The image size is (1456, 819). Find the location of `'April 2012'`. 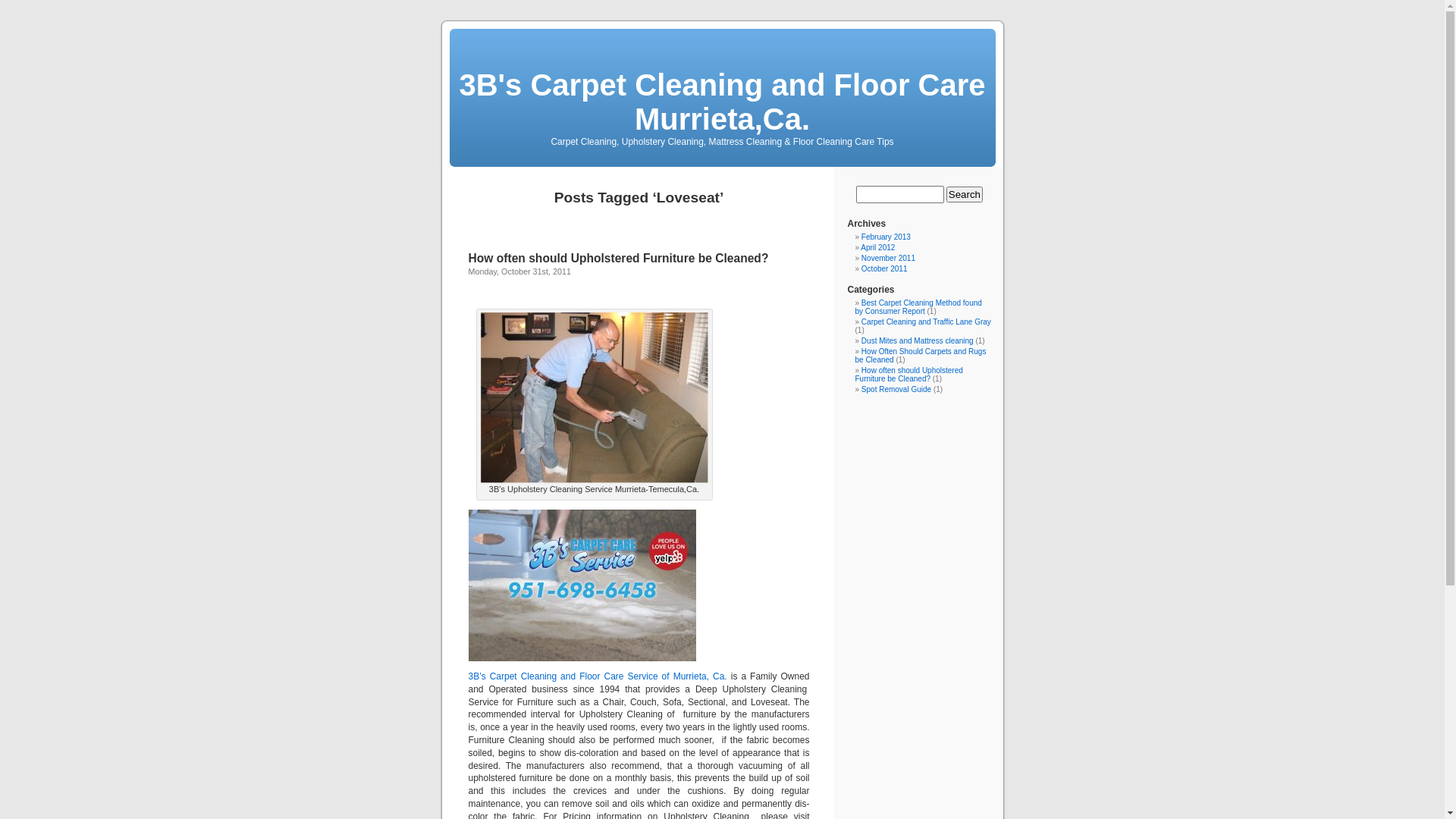

'April 2012' is located at coordinates (860, 246).